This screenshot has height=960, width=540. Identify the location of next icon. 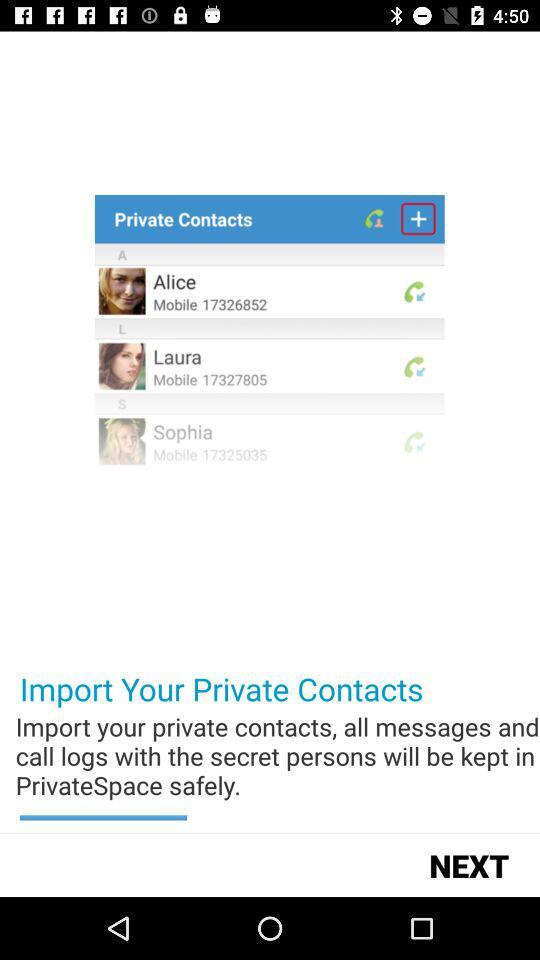
(469, 864).